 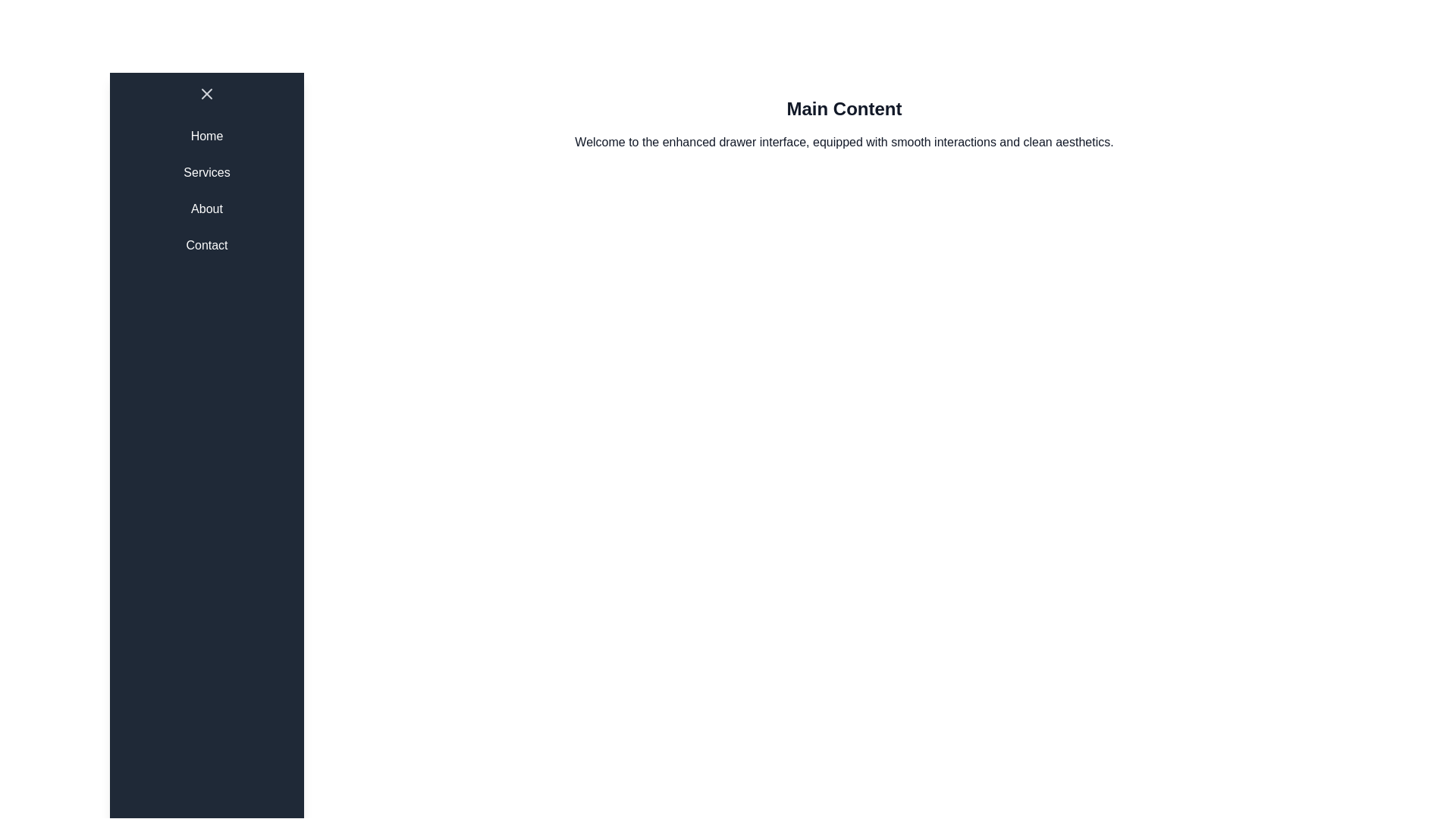 What do you see at coordinates (206, 245) in the screenshot?
I see `the 'Contact' navigation list item in the vertical sidebar menu` at bounding box center [206, 245].